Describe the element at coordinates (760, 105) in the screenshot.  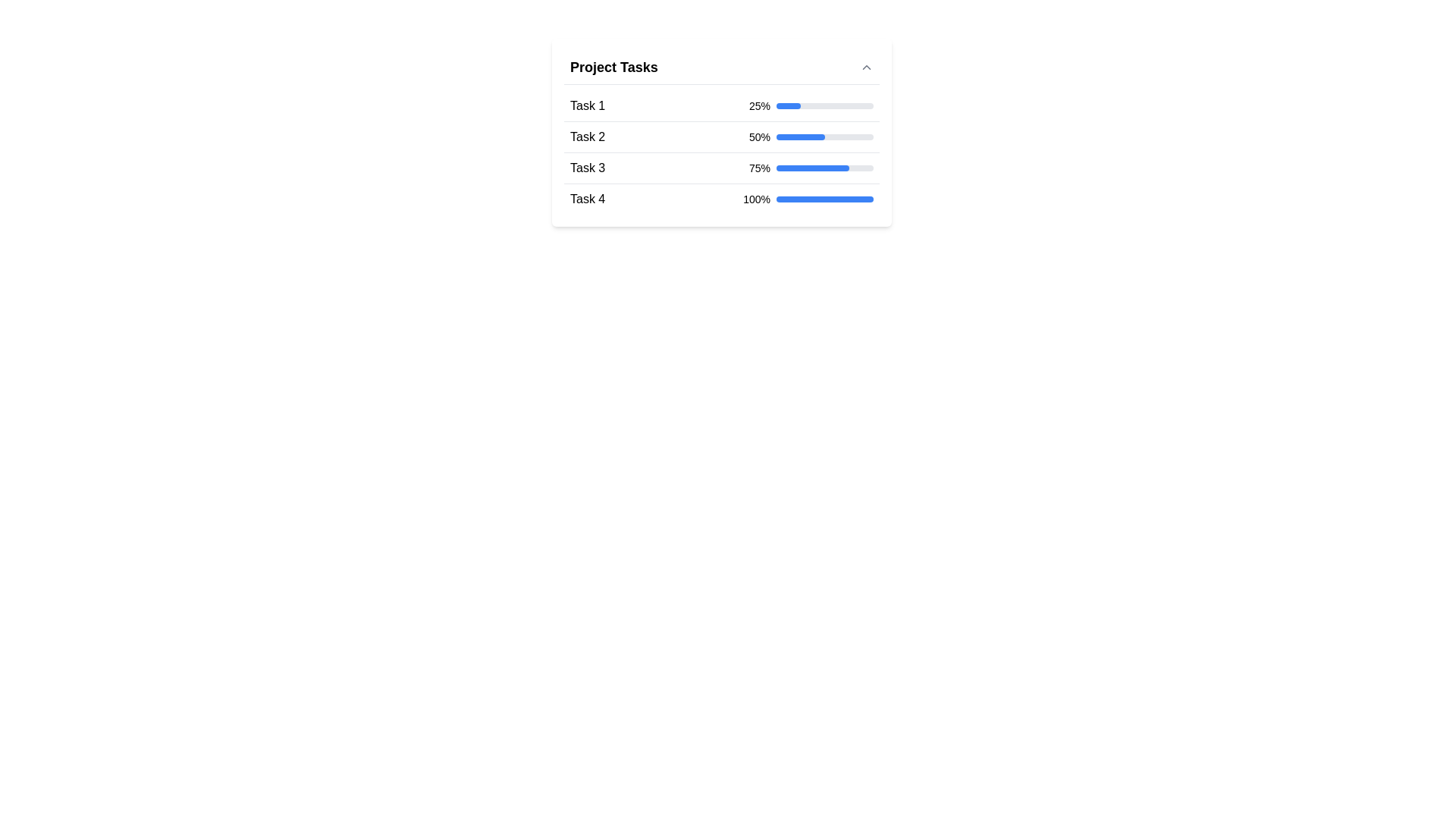
I see `the static text displaying '25%' in the top left section of the first task in the progress tracking interface` at that location.